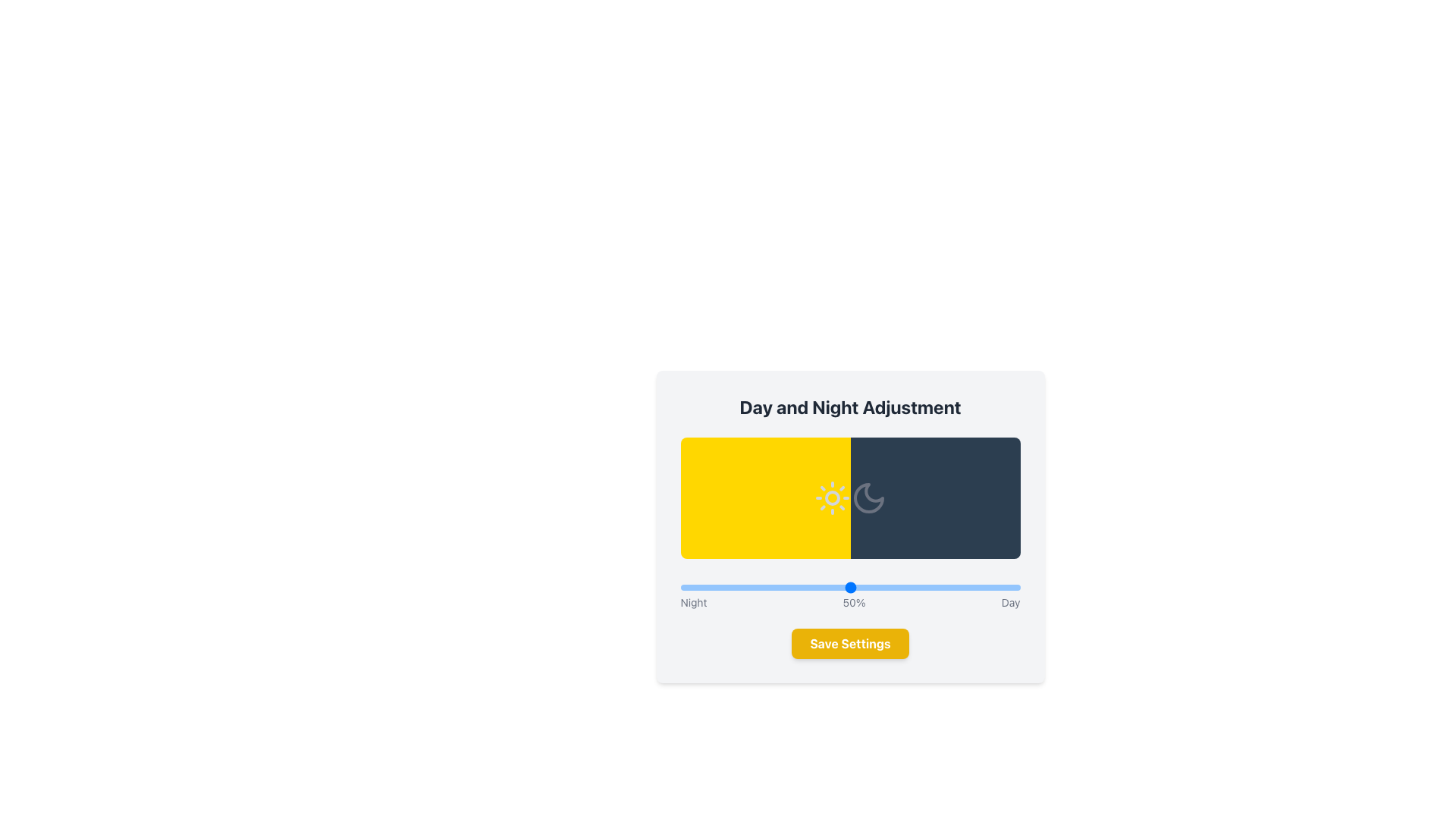  Describe the element at coordinates (850, 643) in the screenshot. I see `the bright yellow button with rounded corners and bold white text that says 'Save Settings' located at the bottom of the 'Day and Night Adjustment' section` at that location.